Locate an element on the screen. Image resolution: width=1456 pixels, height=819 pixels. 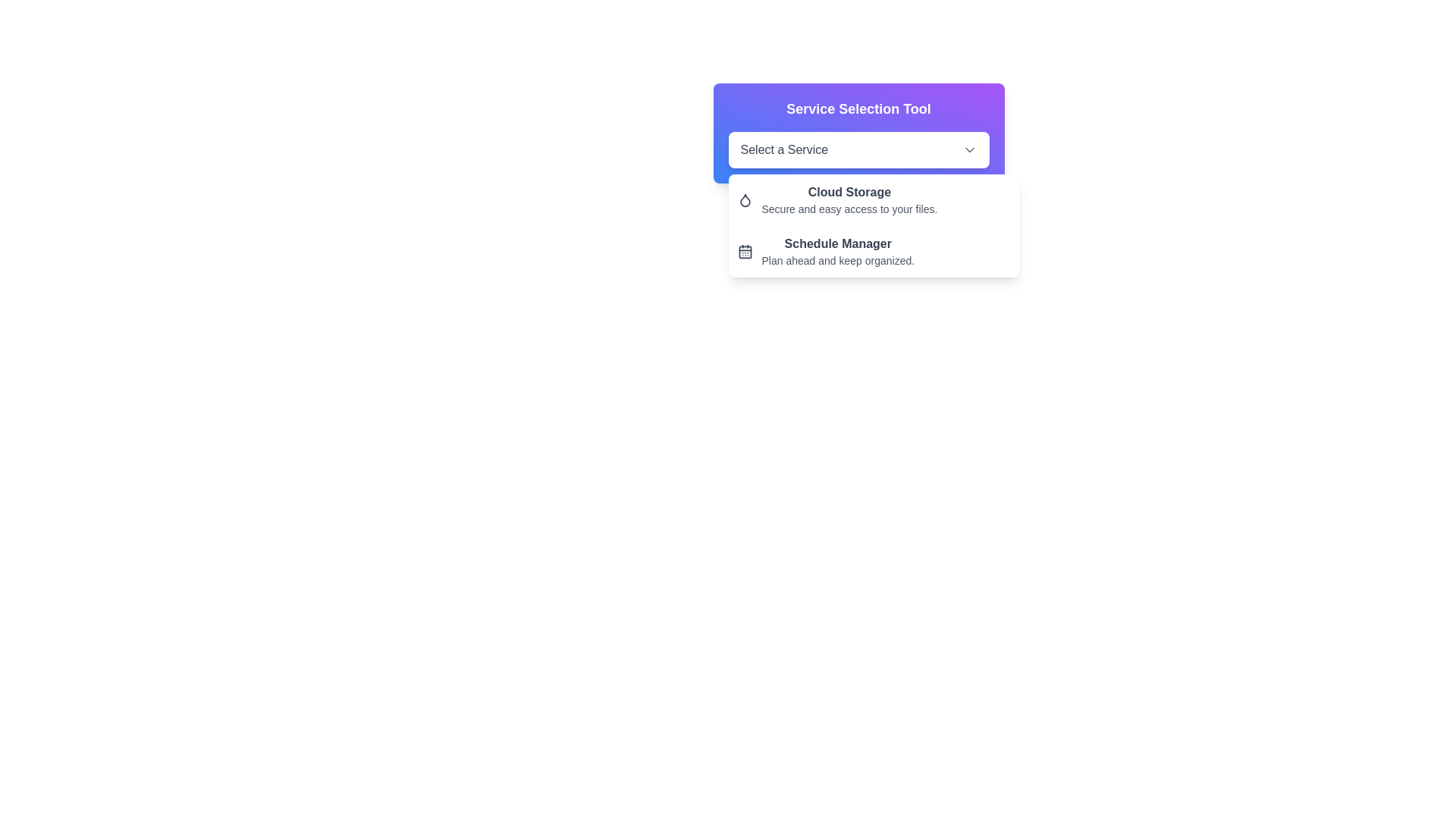
the 'Schedule Manager' text block within the service selection menu is located at coordinates (837, 250).